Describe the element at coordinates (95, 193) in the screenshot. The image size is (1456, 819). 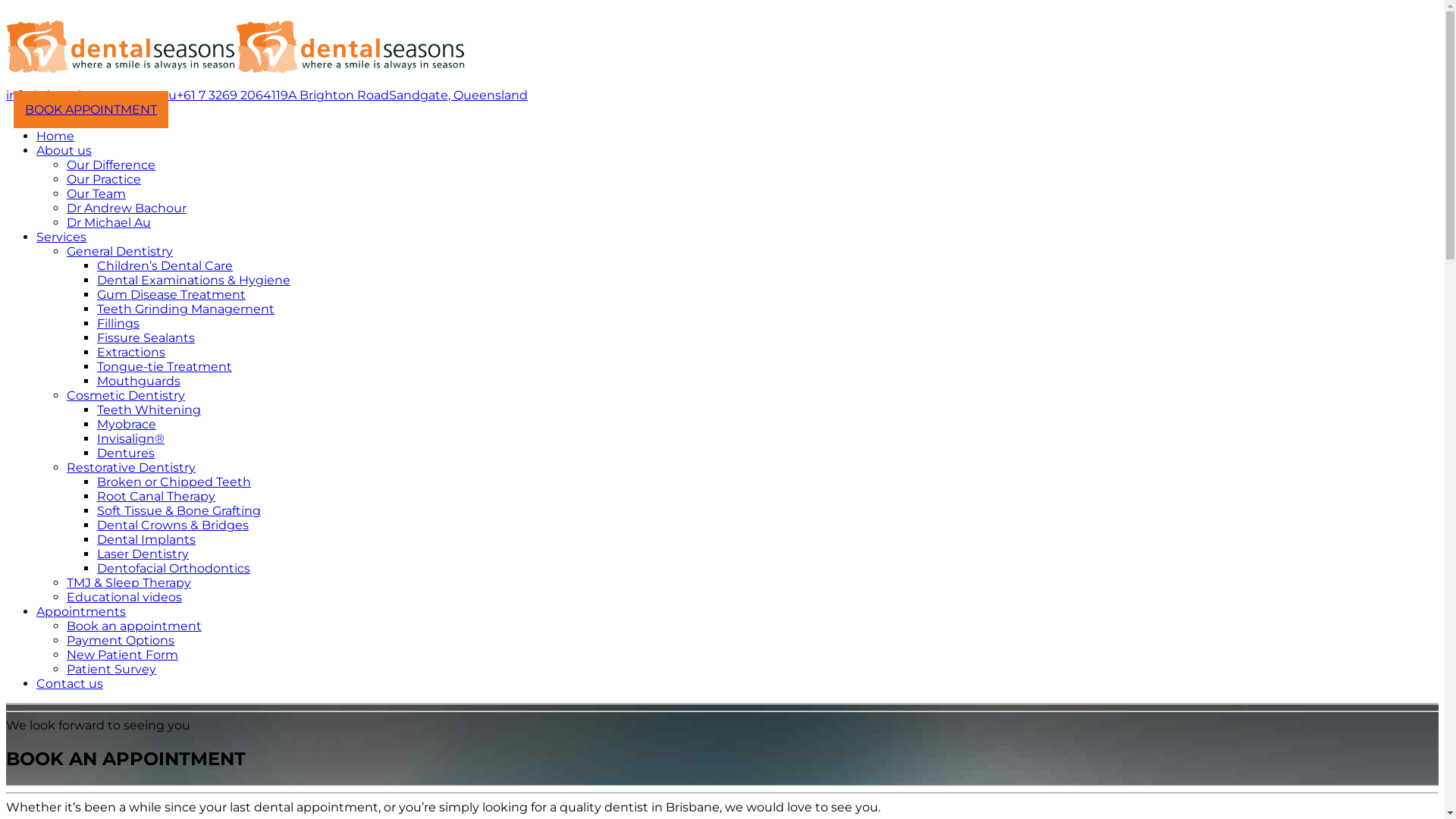
I see `'Our Team'` at that location.